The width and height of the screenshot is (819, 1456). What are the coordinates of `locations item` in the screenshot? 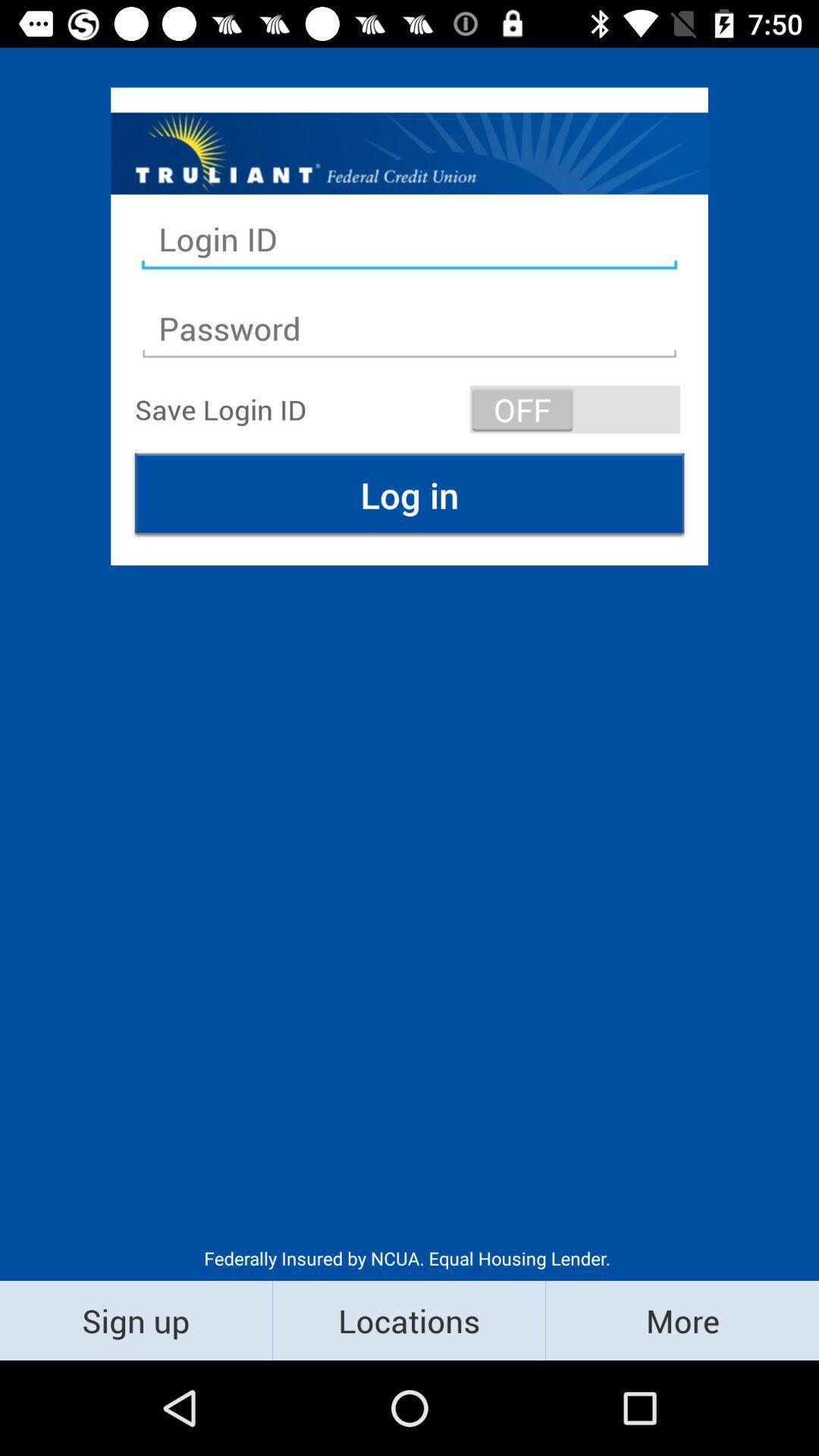 It's located at (408, 1319).